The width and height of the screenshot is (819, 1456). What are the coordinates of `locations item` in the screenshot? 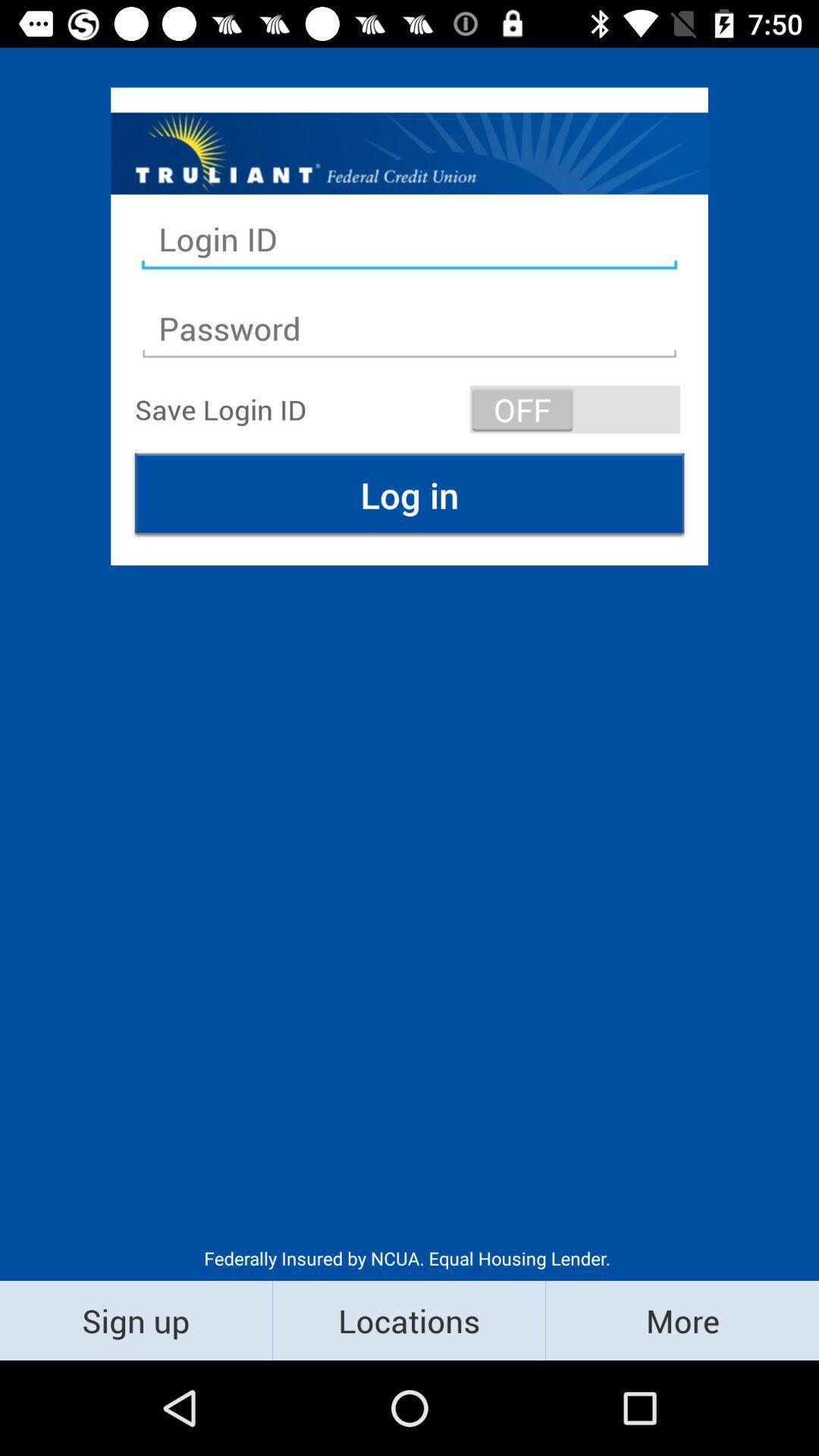 It's located at (408, 1319).